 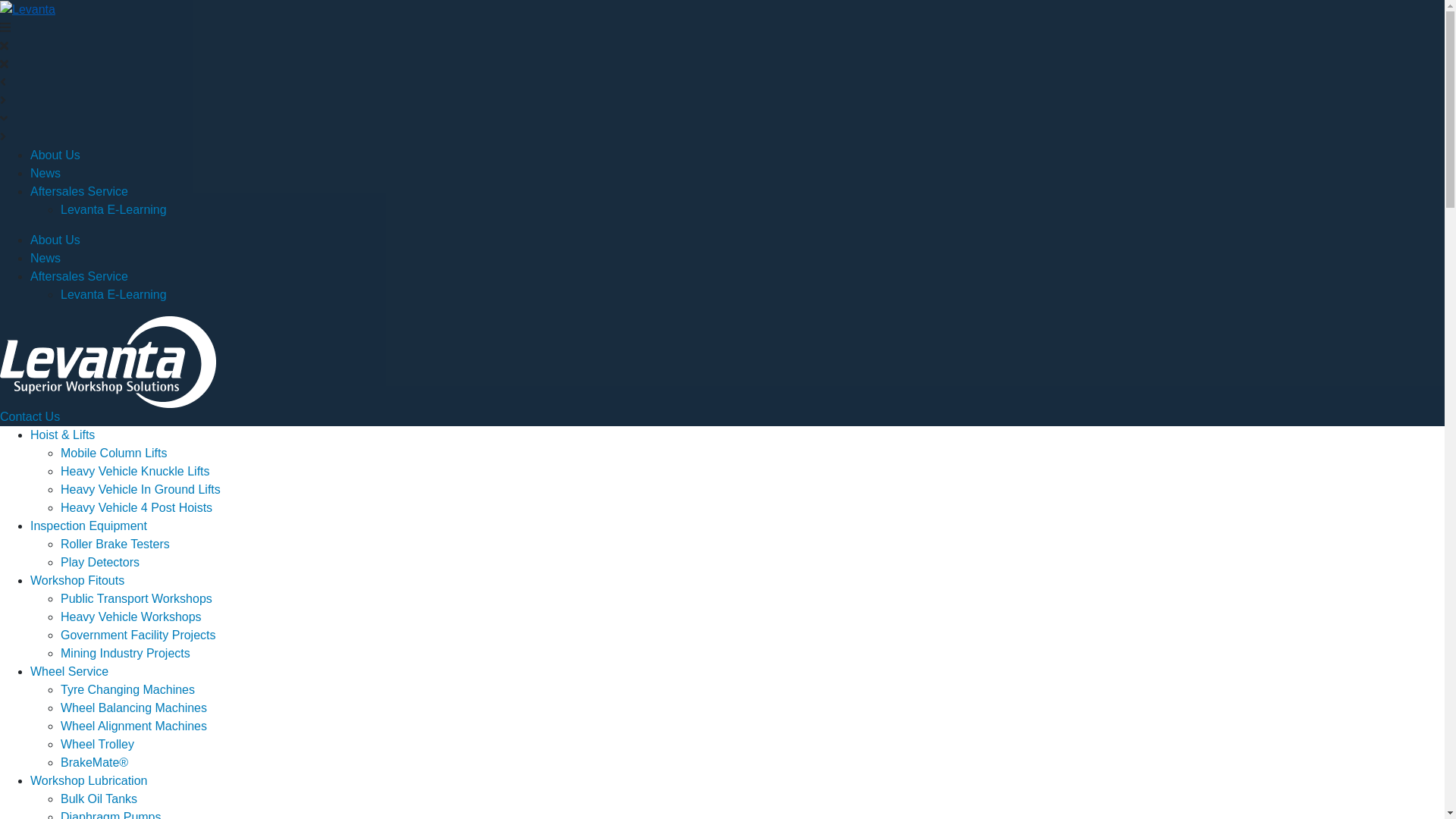 What do you see at coordinates (98, 798) in the screenshot?
I see `'Bulk Oil Tanks'` at bounding box center [98, 798].